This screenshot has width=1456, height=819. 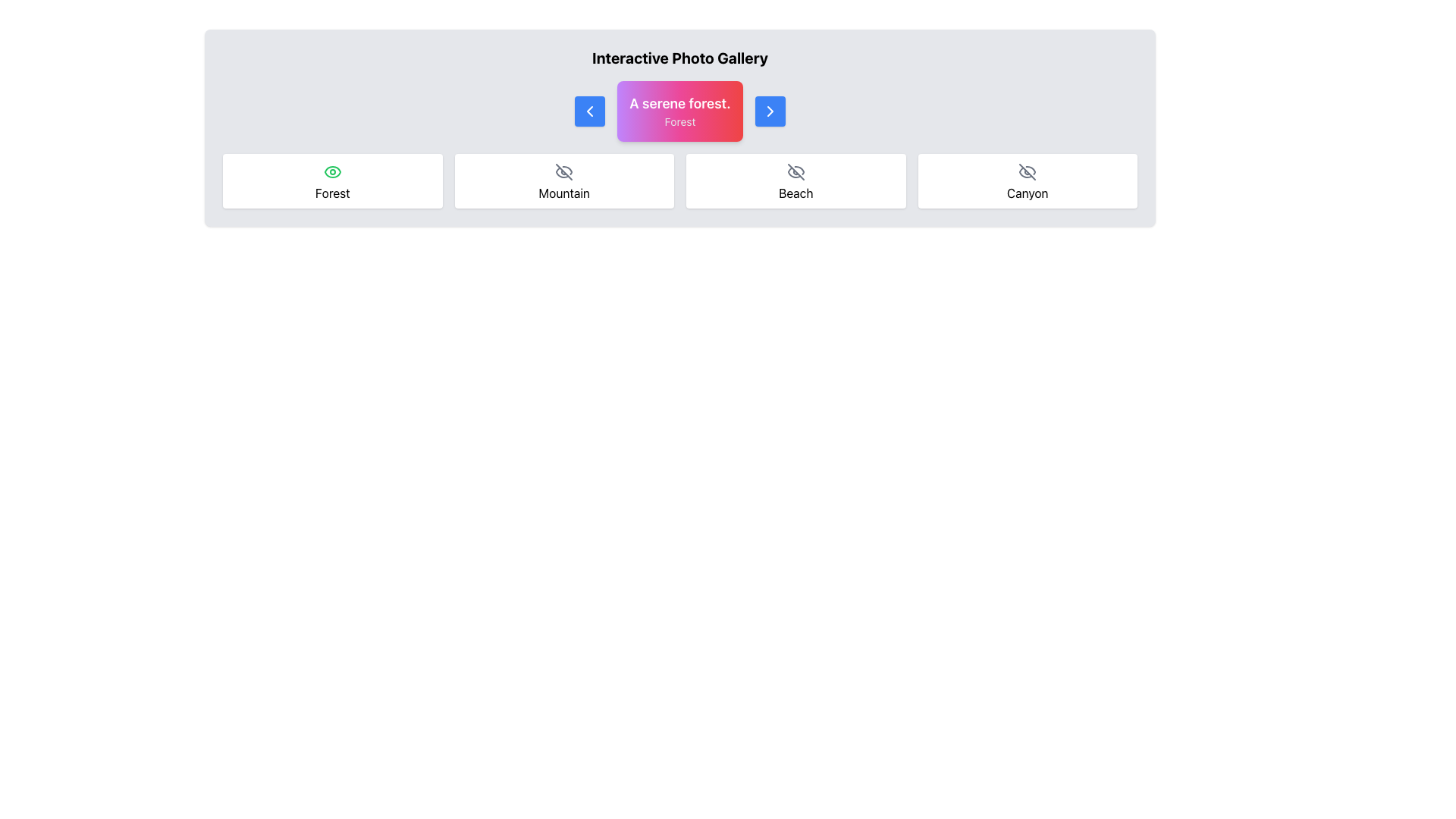 I want to click on the left-pointing chevron button that navigates to the previous item in the gallery, so click(x=589, y=110).